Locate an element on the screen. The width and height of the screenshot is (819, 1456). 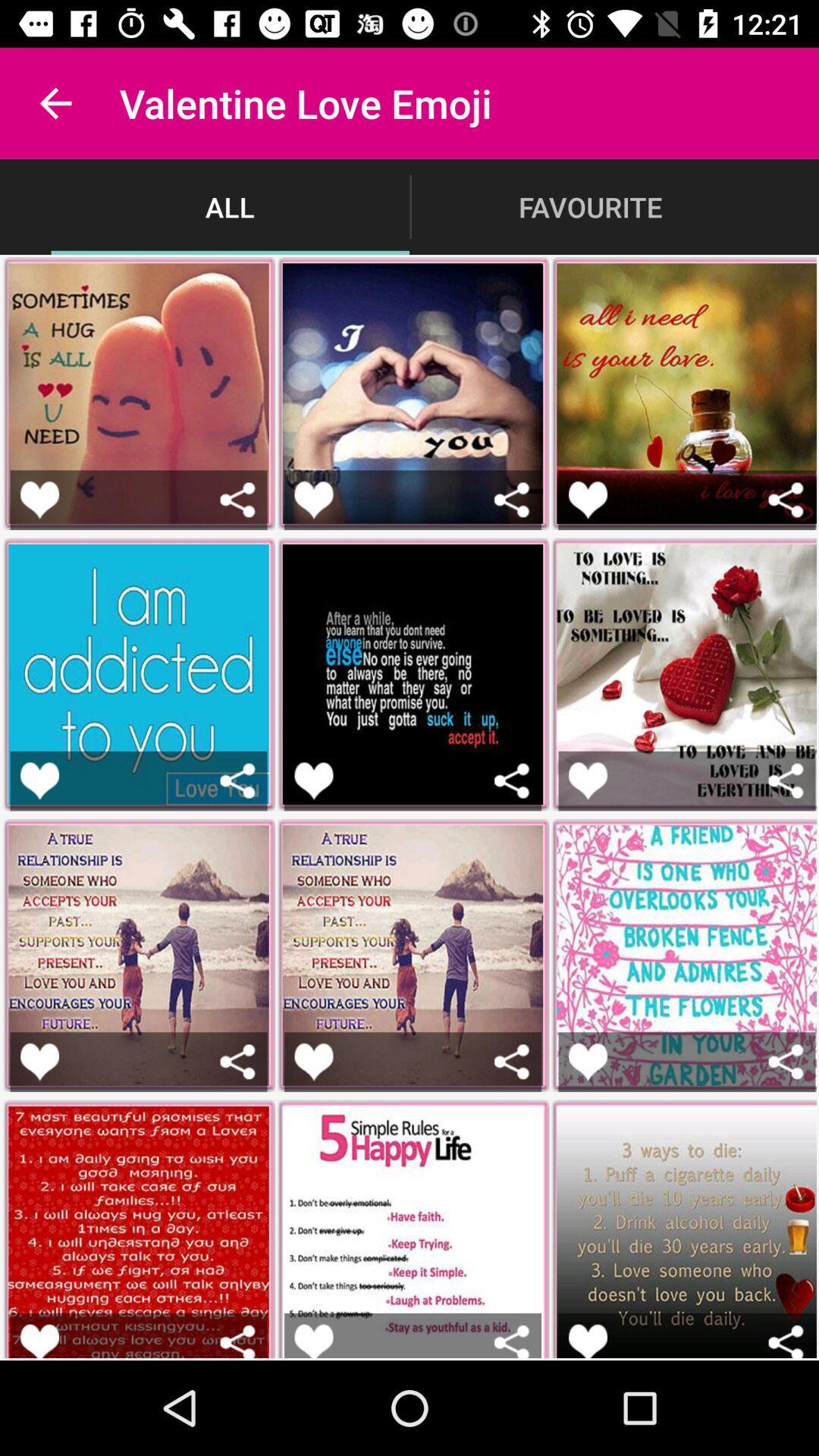
share the picture is located at coordinates (785, 500).